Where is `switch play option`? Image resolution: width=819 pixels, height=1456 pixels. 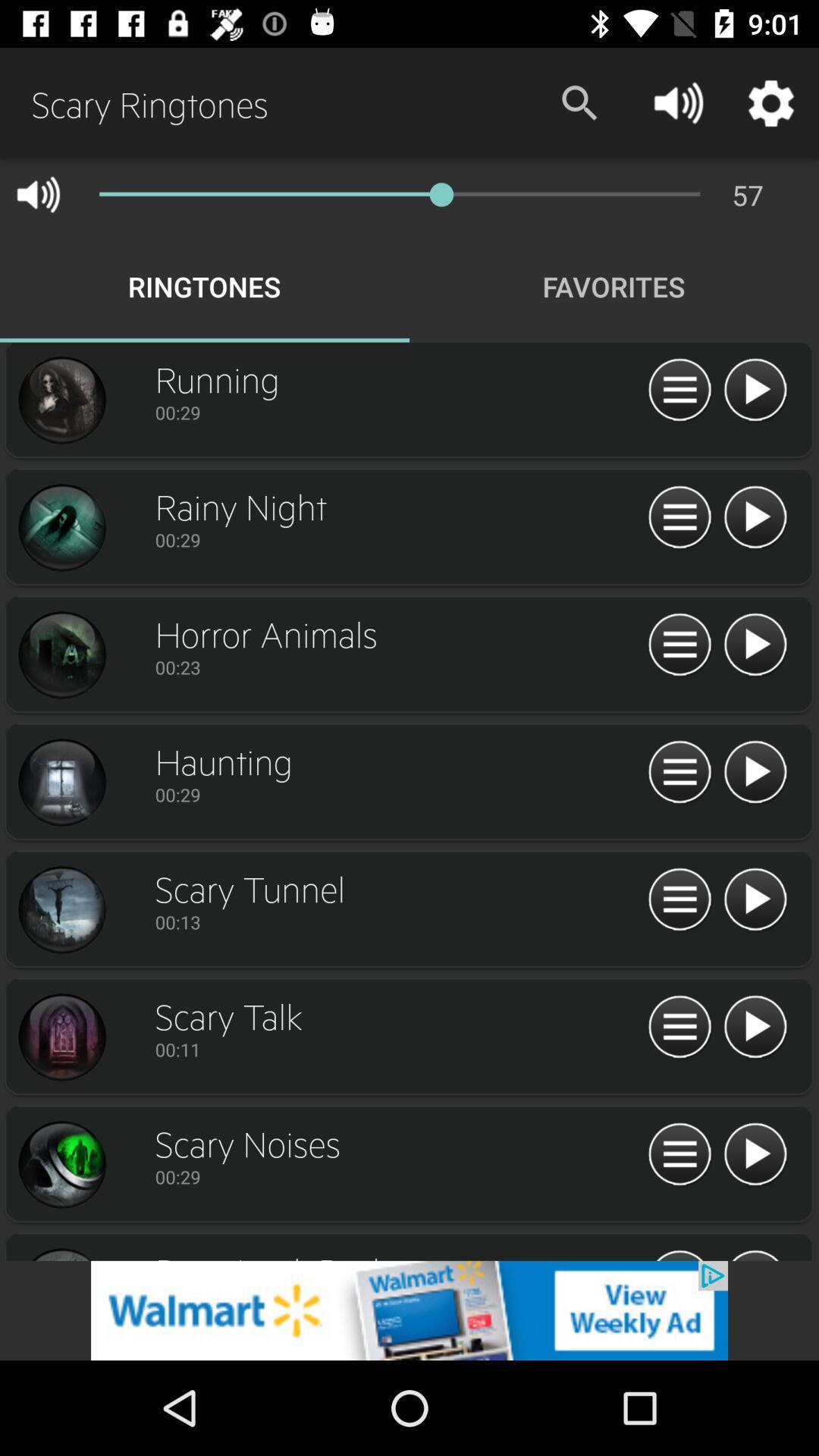 switch play option is located at coordinates (755, 900).